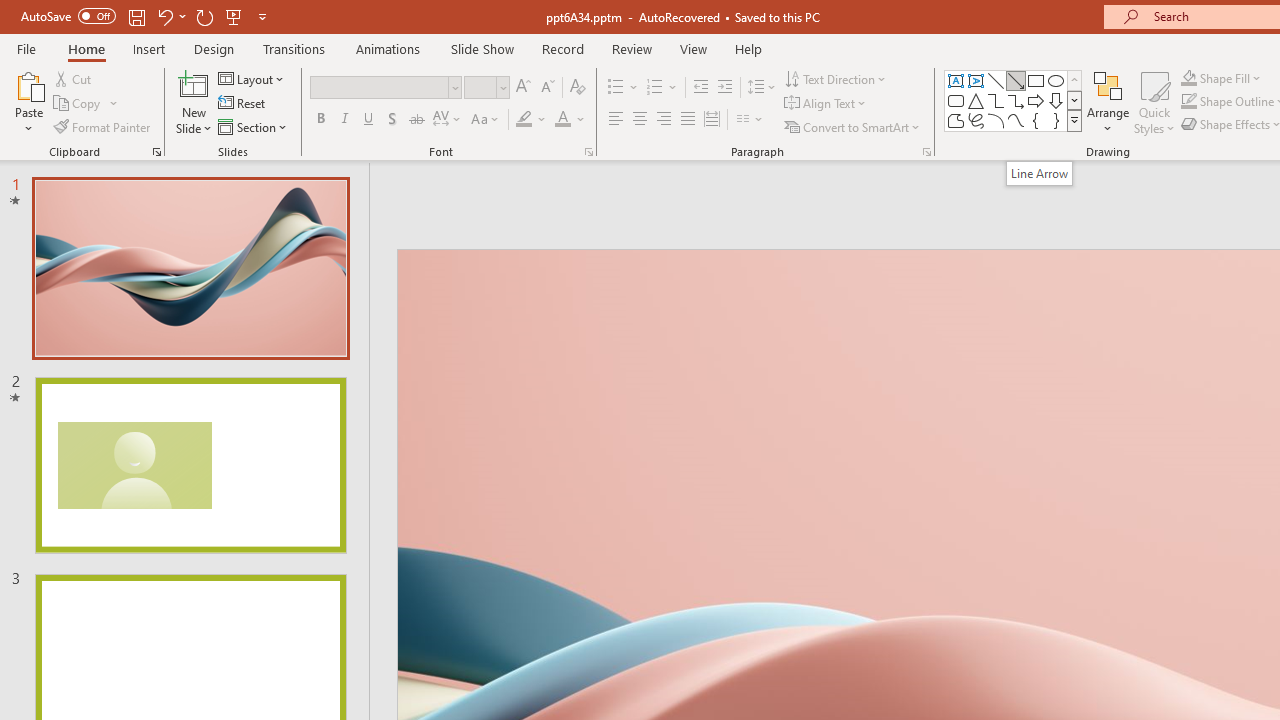 This screenshot has width=1280, height=720. What do you see at coordinates (976, 120) in the screenshot?
I see `'Freeform: Scribble'` at bounding box center [976, 120].